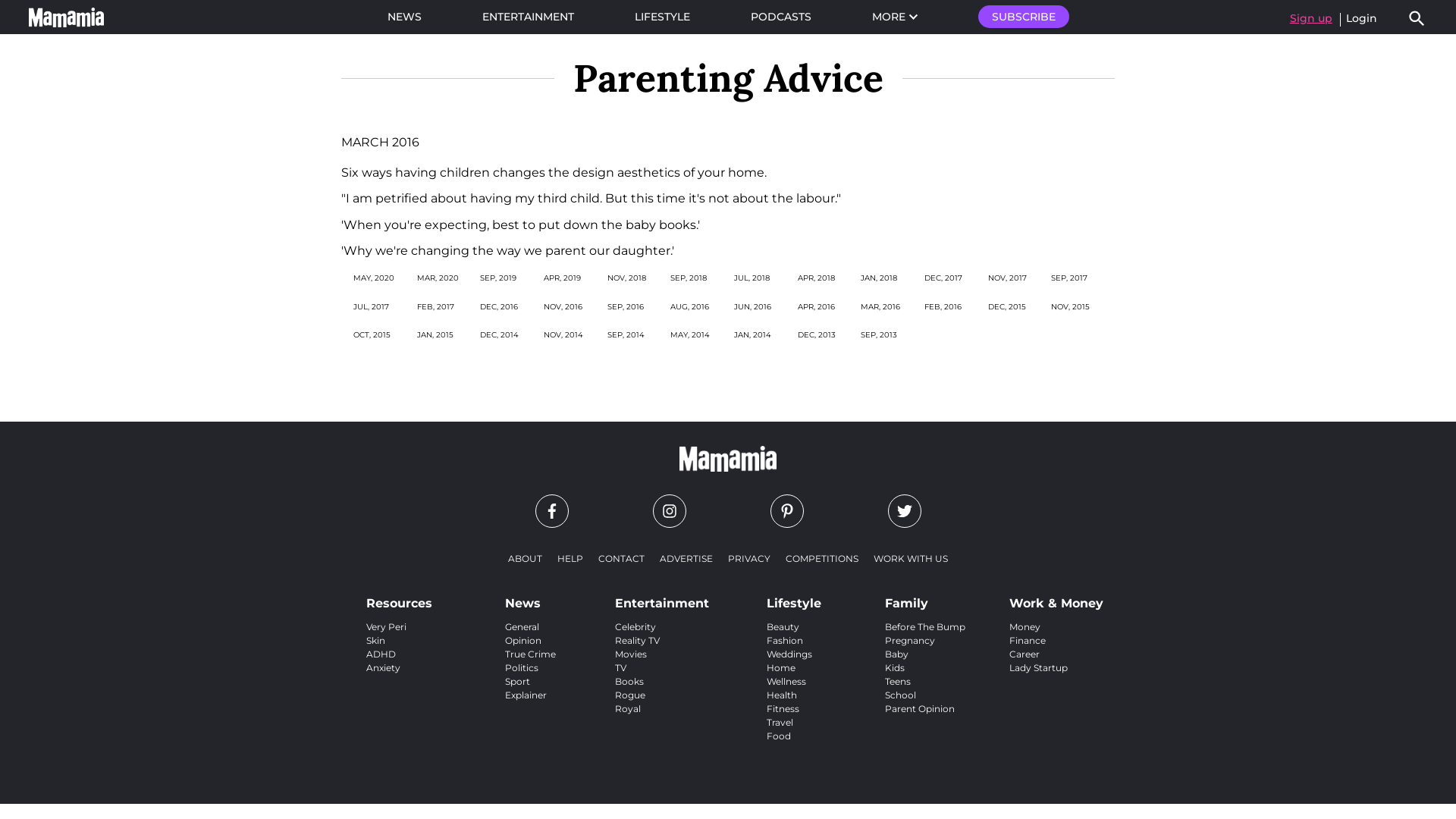 The width and height of the screenshot is (1456, 819). Describe the element at coordinates (780, 721) in the screenshot. I see `'Travel'` at that location.